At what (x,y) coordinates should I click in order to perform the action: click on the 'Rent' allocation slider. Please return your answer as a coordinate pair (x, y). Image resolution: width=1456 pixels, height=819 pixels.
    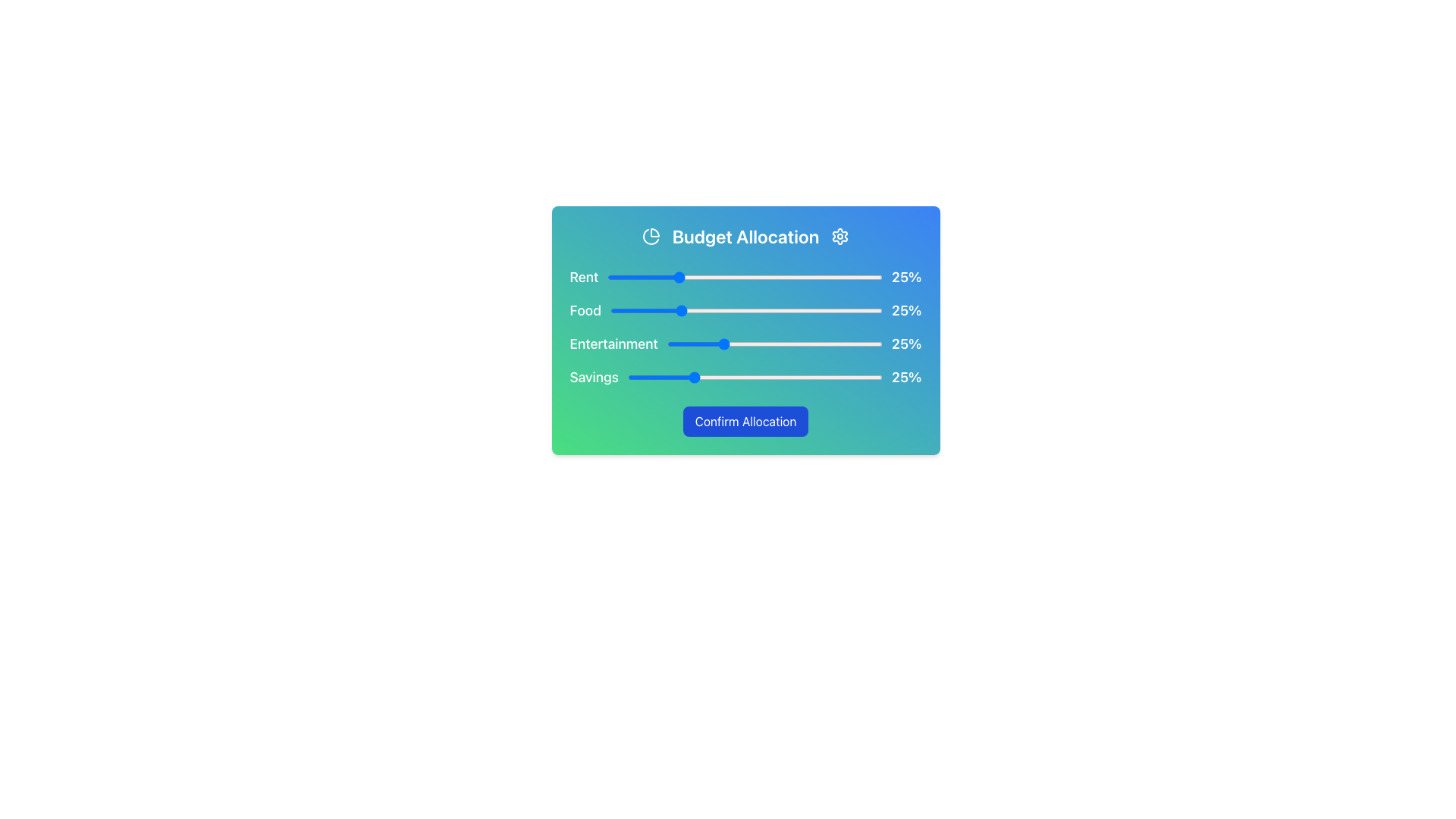
    Looking at the image, I should click on (635, 278).